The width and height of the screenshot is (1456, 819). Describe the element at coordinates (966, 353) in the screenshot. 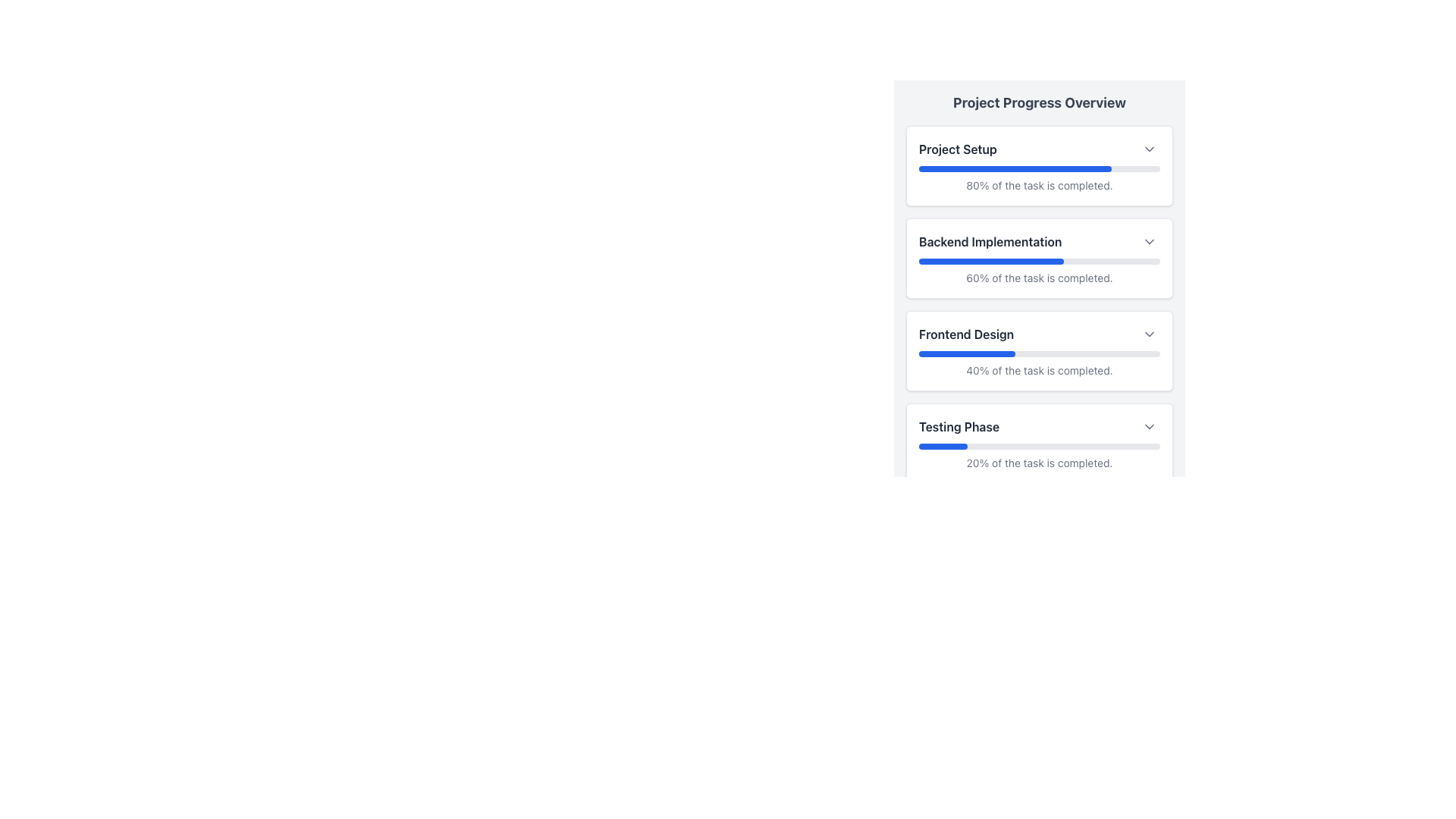

I see `the completion status of the progress indicator representing 40% completion for the 'Frontend Design' task located in the third progress bar of the 'Project Progress Overview' section` at that location.